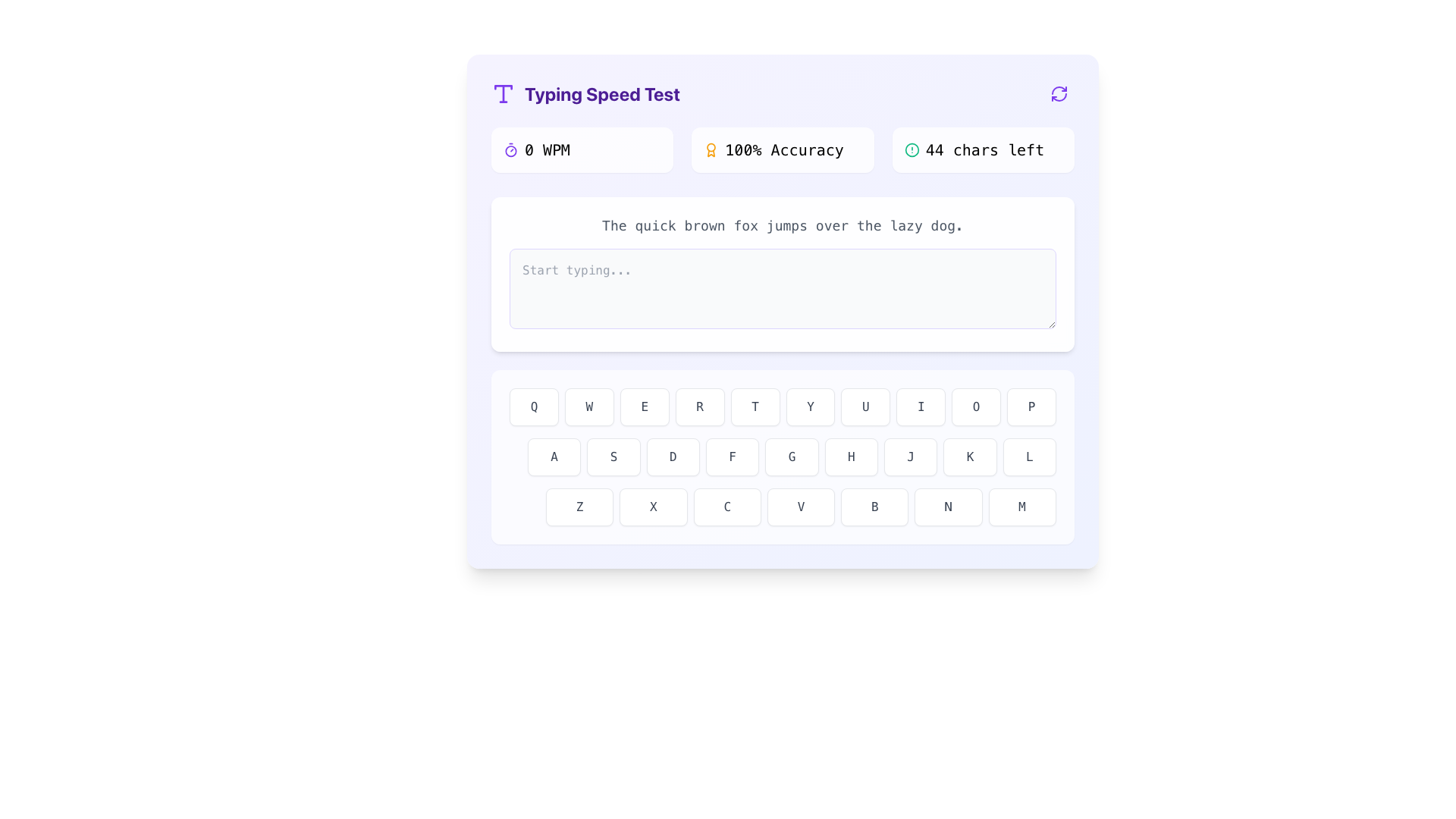 This screenshot has height=819, width=1456. I want to click on the fourth button representing the letter 'F' in the typing application grid layout, so click(733, 456).